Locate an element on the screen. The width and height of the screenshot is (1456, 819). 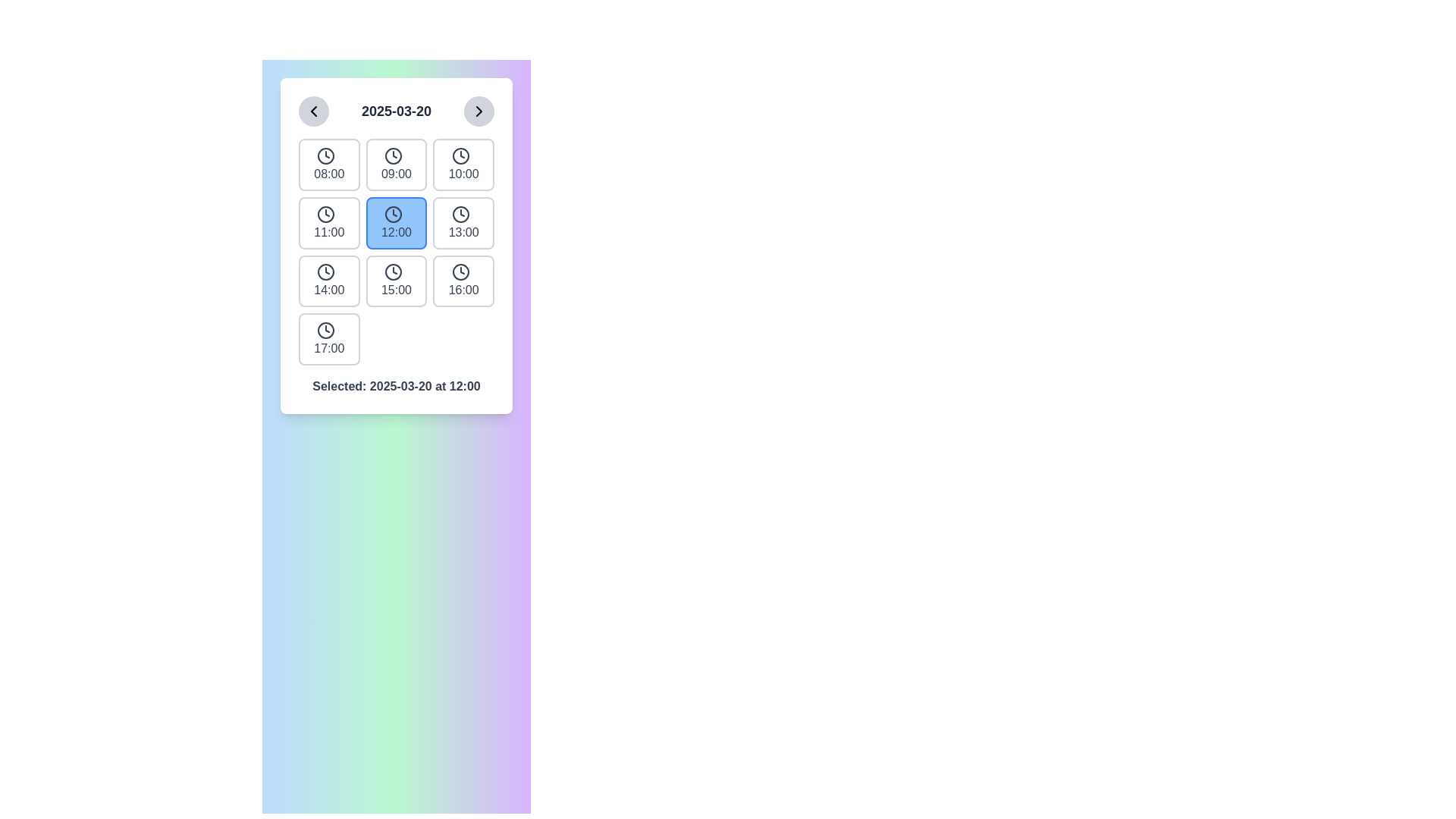
the button representing the time slot of 15:00, located in the middle row and second column, below the '12:00' button and right of the '14:00' button is located at coordinates (397, 281).